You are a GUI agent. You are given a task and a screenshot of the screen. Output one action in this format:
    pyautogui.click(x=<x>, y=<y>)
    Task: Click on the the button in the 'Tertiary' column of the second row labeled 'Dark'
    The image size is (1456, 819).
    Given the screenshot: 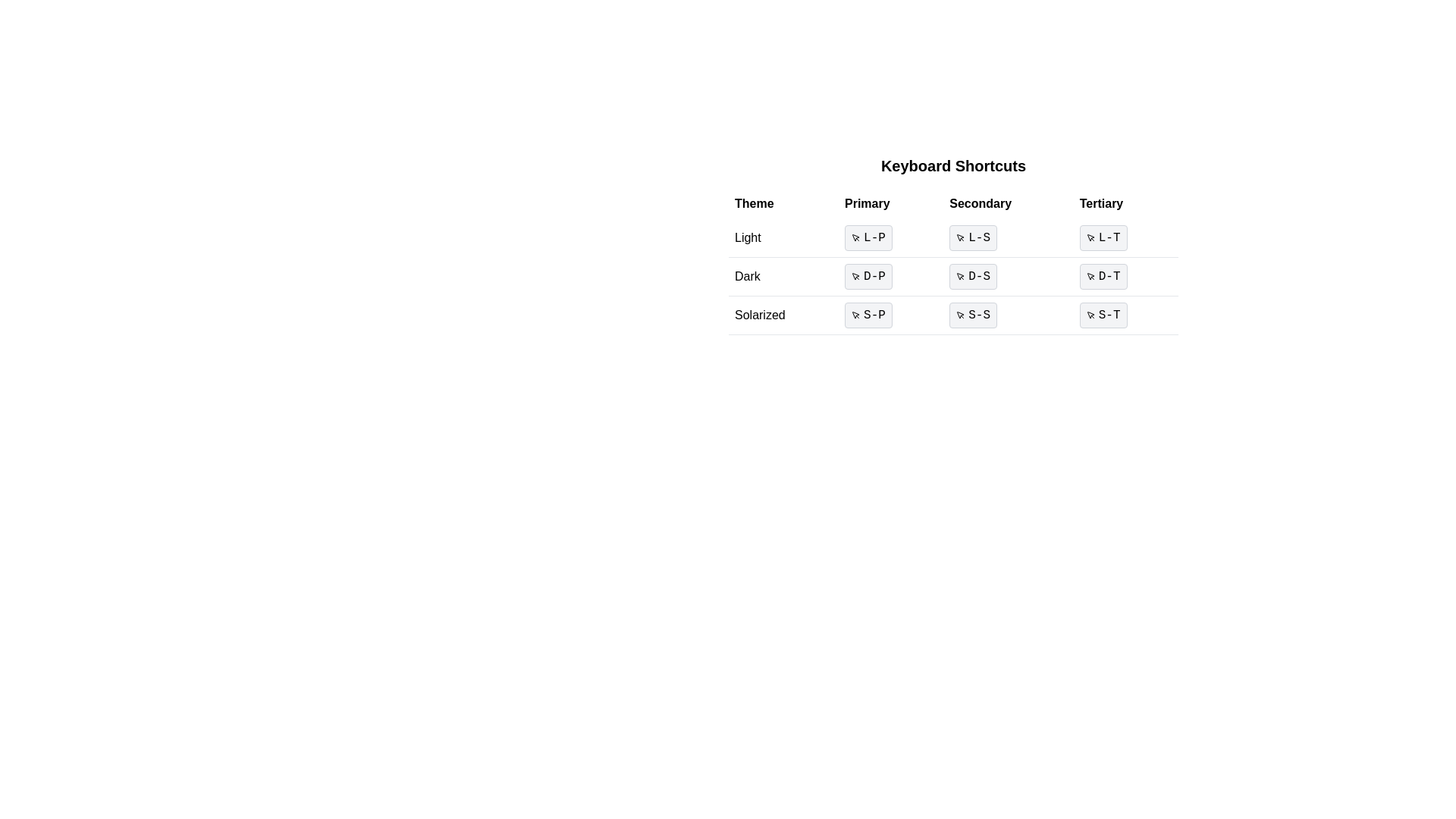 What is the action you would take?
    pyautogui.click(x=1103, y=277)
    